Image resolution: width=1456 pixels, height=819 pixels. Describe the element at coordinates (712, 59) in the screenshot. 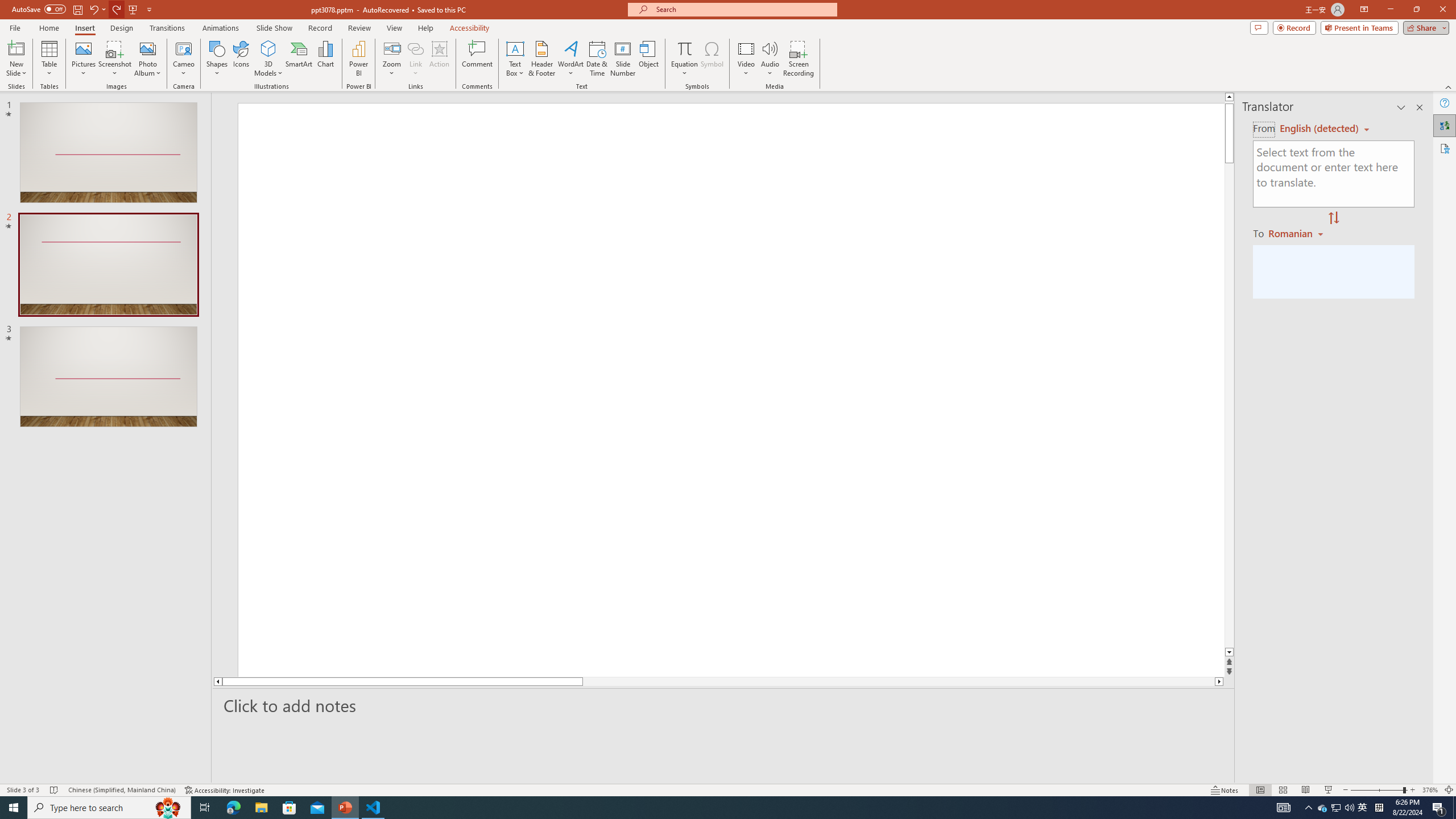

I see `'Symbol...'` at that location.